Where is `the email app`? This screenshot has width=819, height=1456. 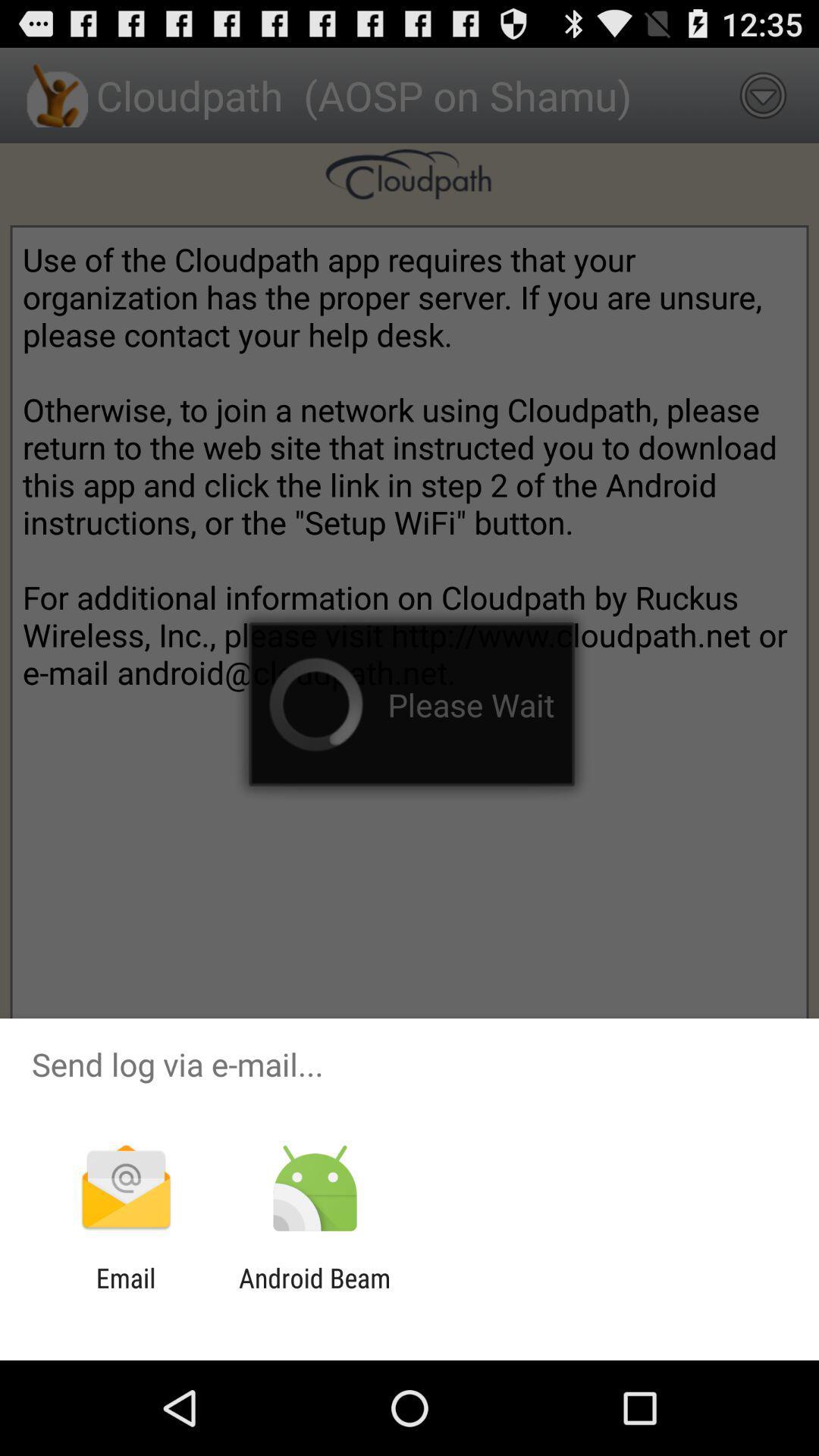
the email app is located at coordinates (125, 1293).